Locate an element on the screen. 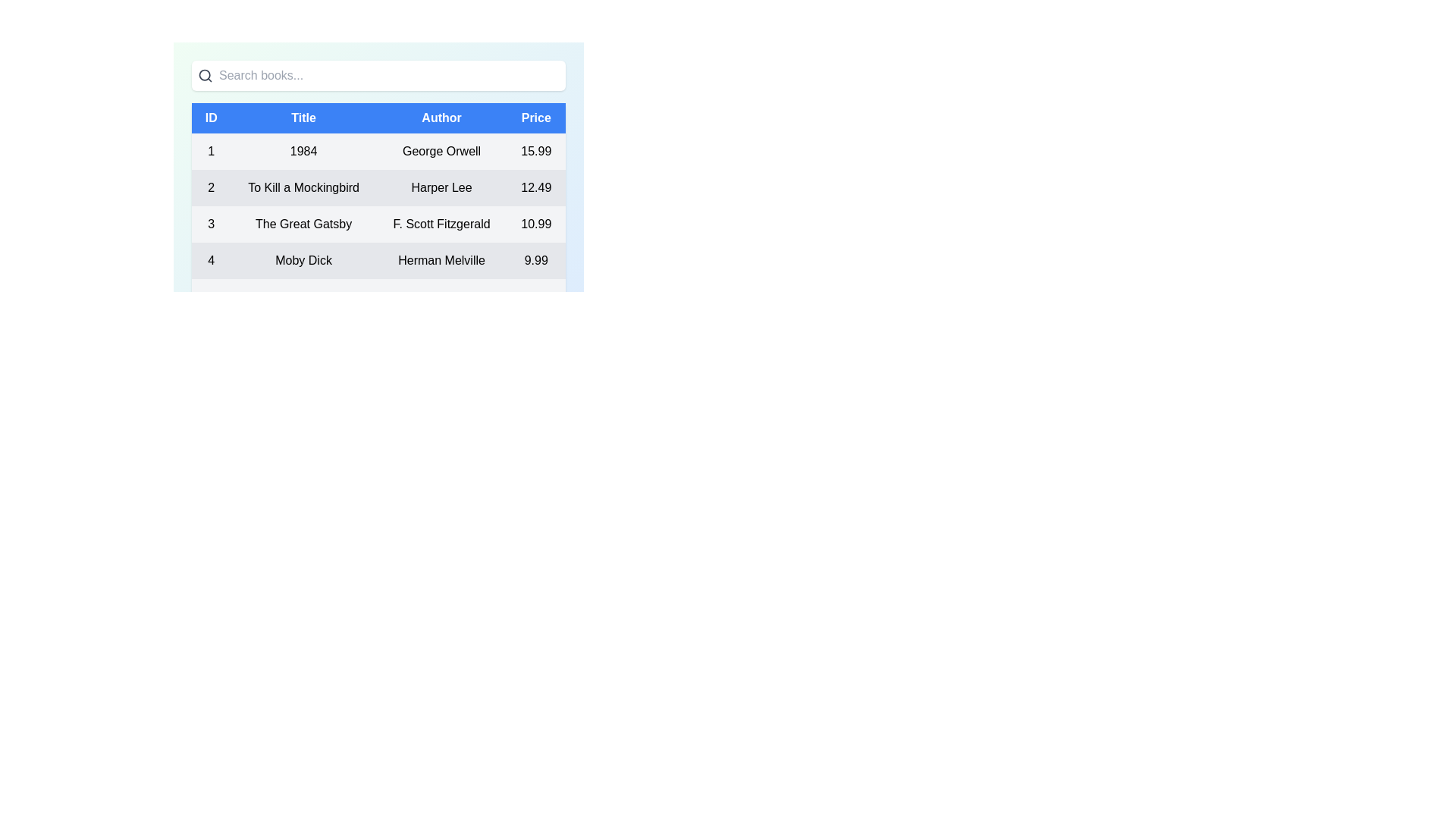 This screenshot has height=819, width=1456. the static text element representing the title of the book 'The Great Gatsby' located in the 'Title' column of the book entry table is located at coordinates (303, 224).